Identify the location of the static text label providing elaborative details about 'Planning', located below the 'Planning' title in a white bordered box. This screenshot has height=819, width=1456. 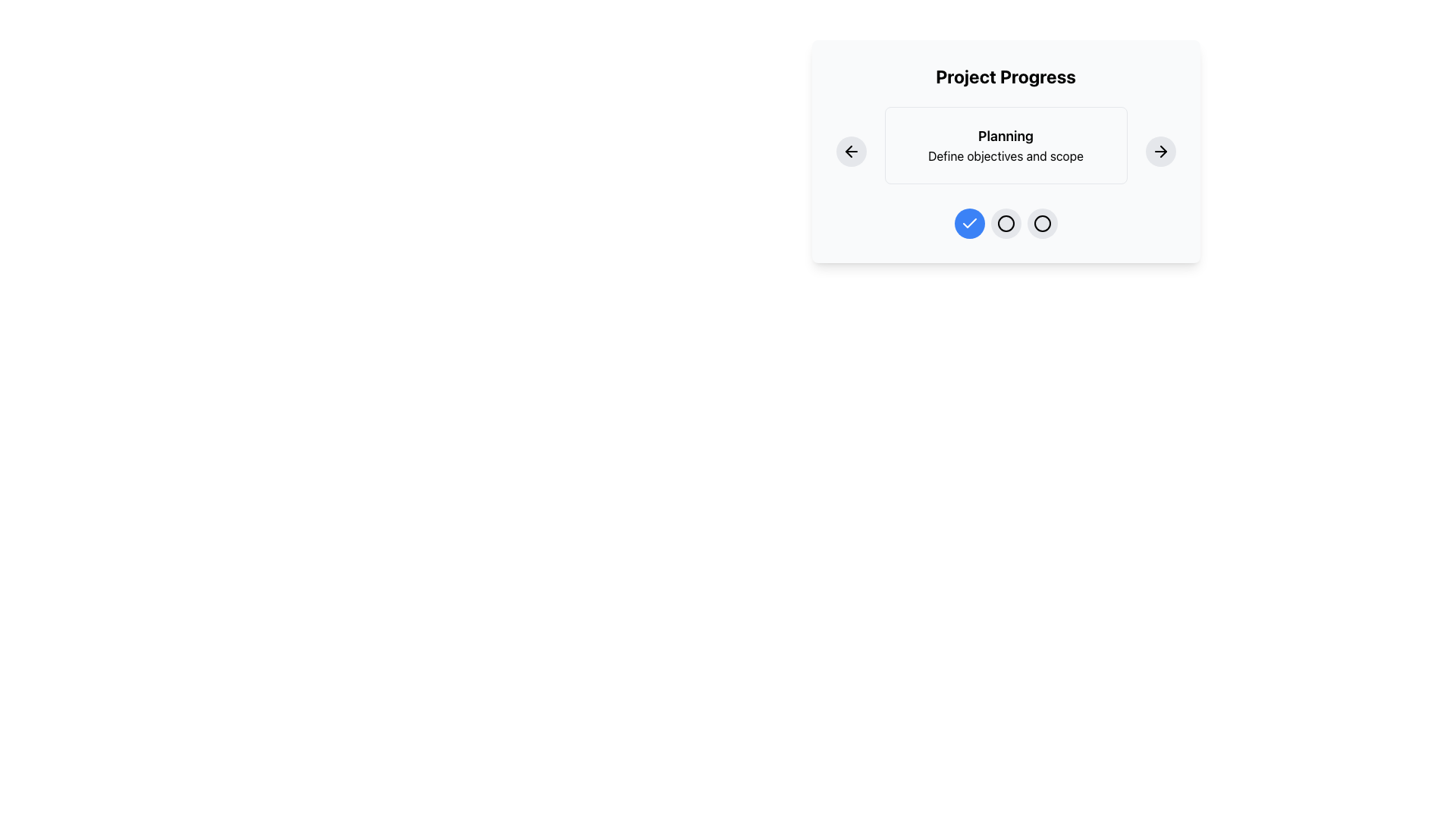
(1006, 155).